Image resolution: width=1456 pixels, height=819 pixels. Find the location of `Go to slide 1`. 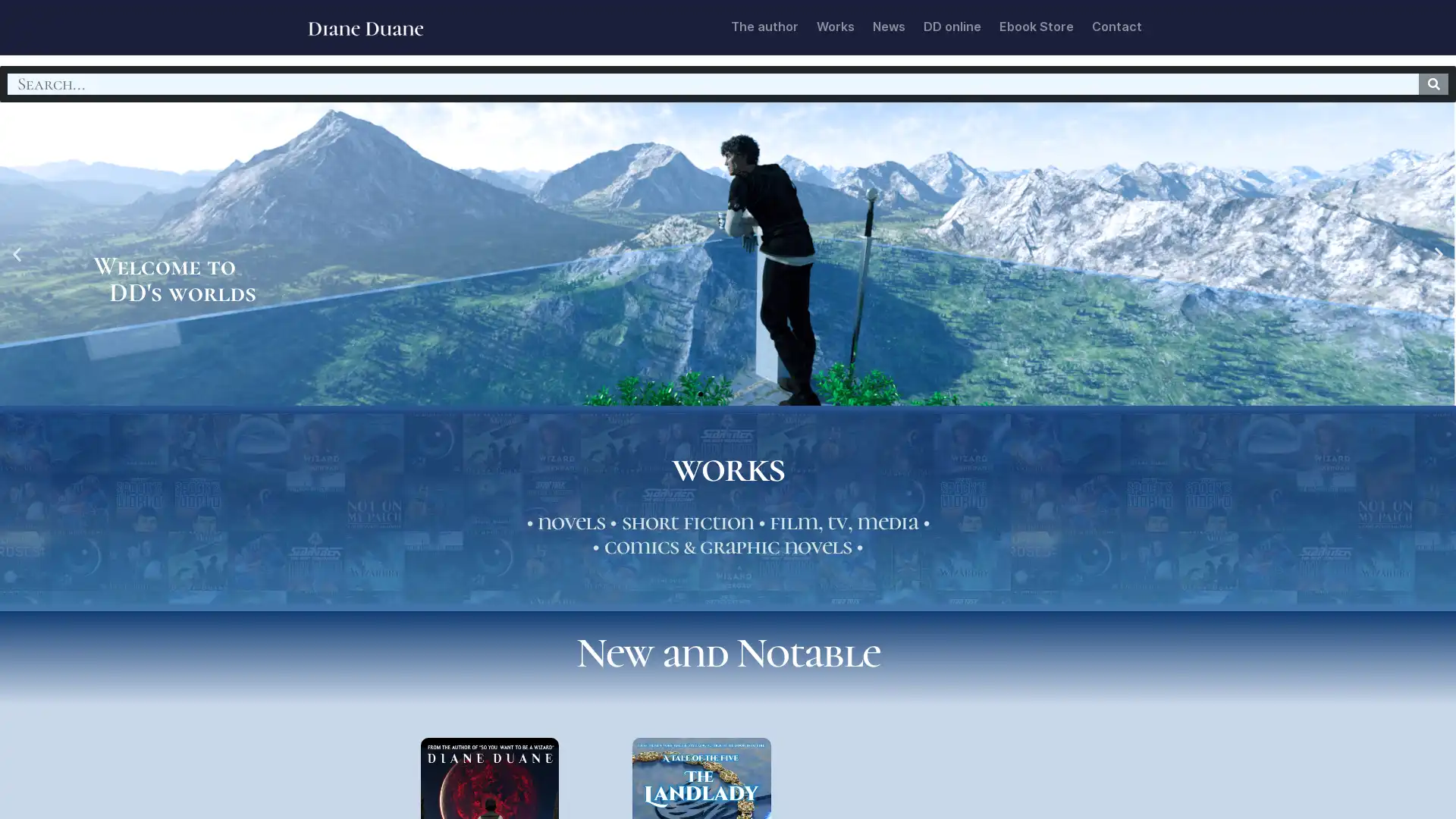

Go to slide 1 is located at coordinates (699, 400).